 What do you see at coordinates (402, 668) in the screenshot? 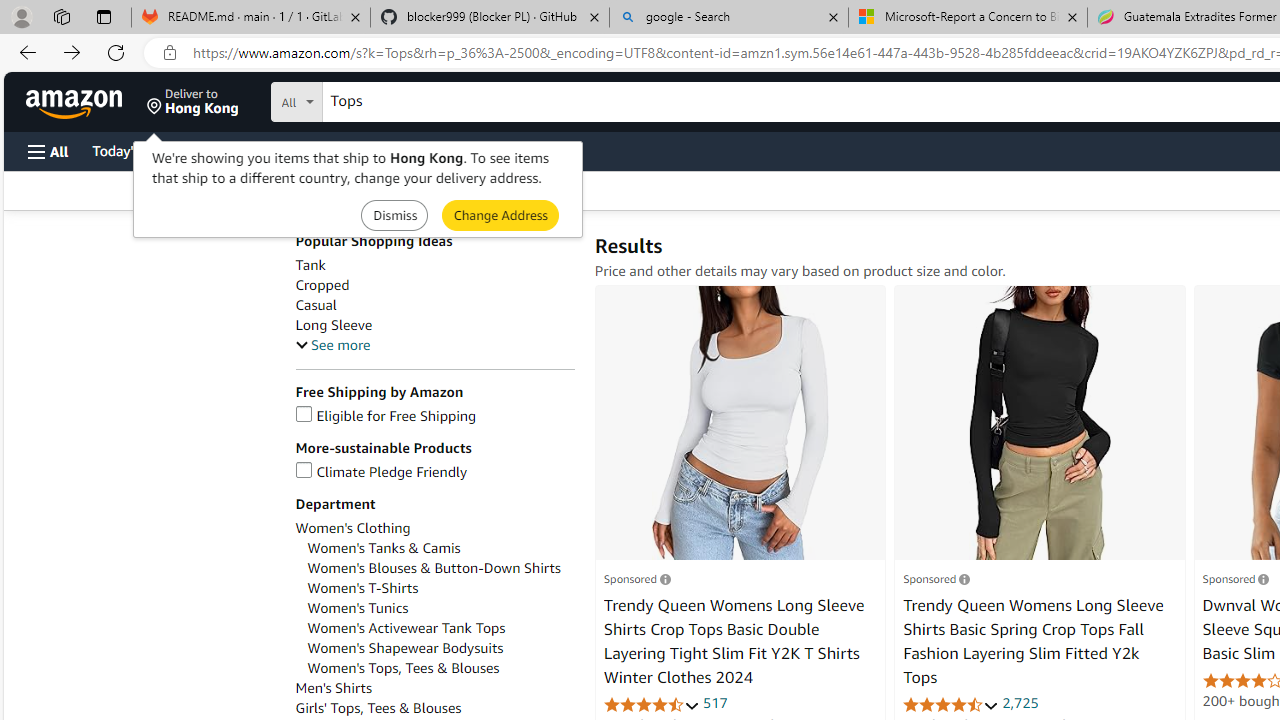
I see `'Women'` at bounding box center [402, 668].